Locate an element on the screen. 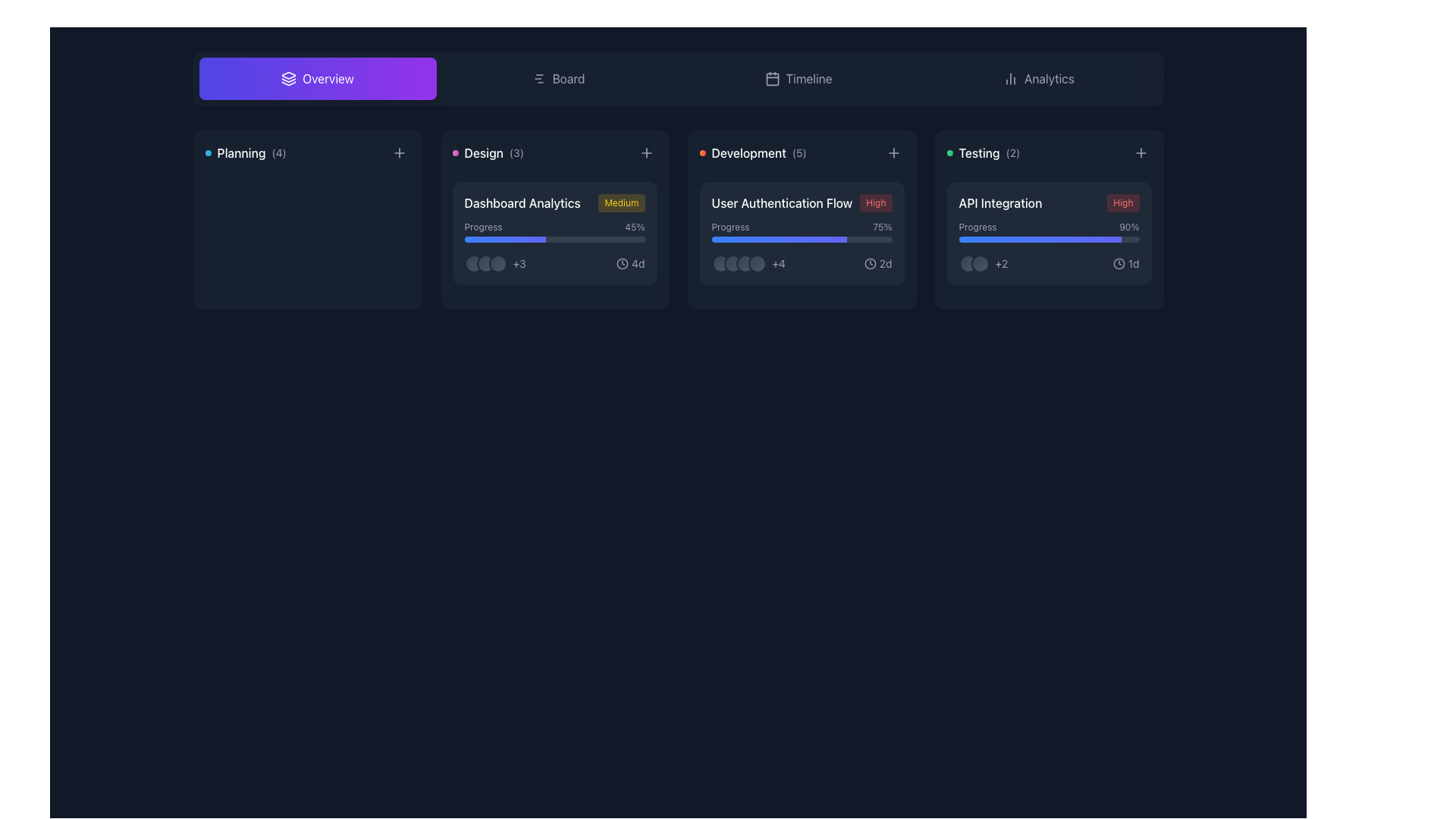  'Development' section element, which appears below the 'Development' header and indicates a count of 5 items is located at coordinates (753, 152).